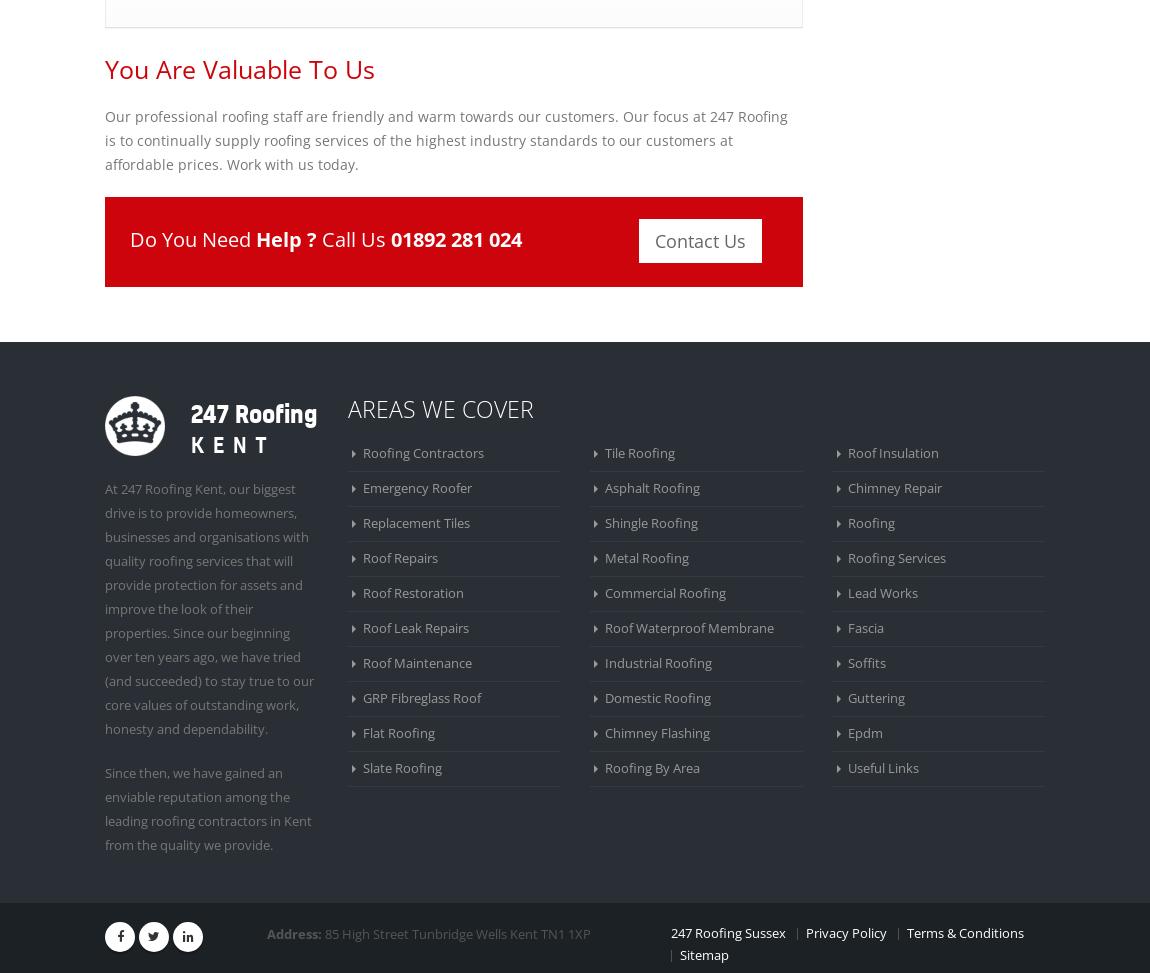  I want to click on '01892 281 024', so click(456, 238).